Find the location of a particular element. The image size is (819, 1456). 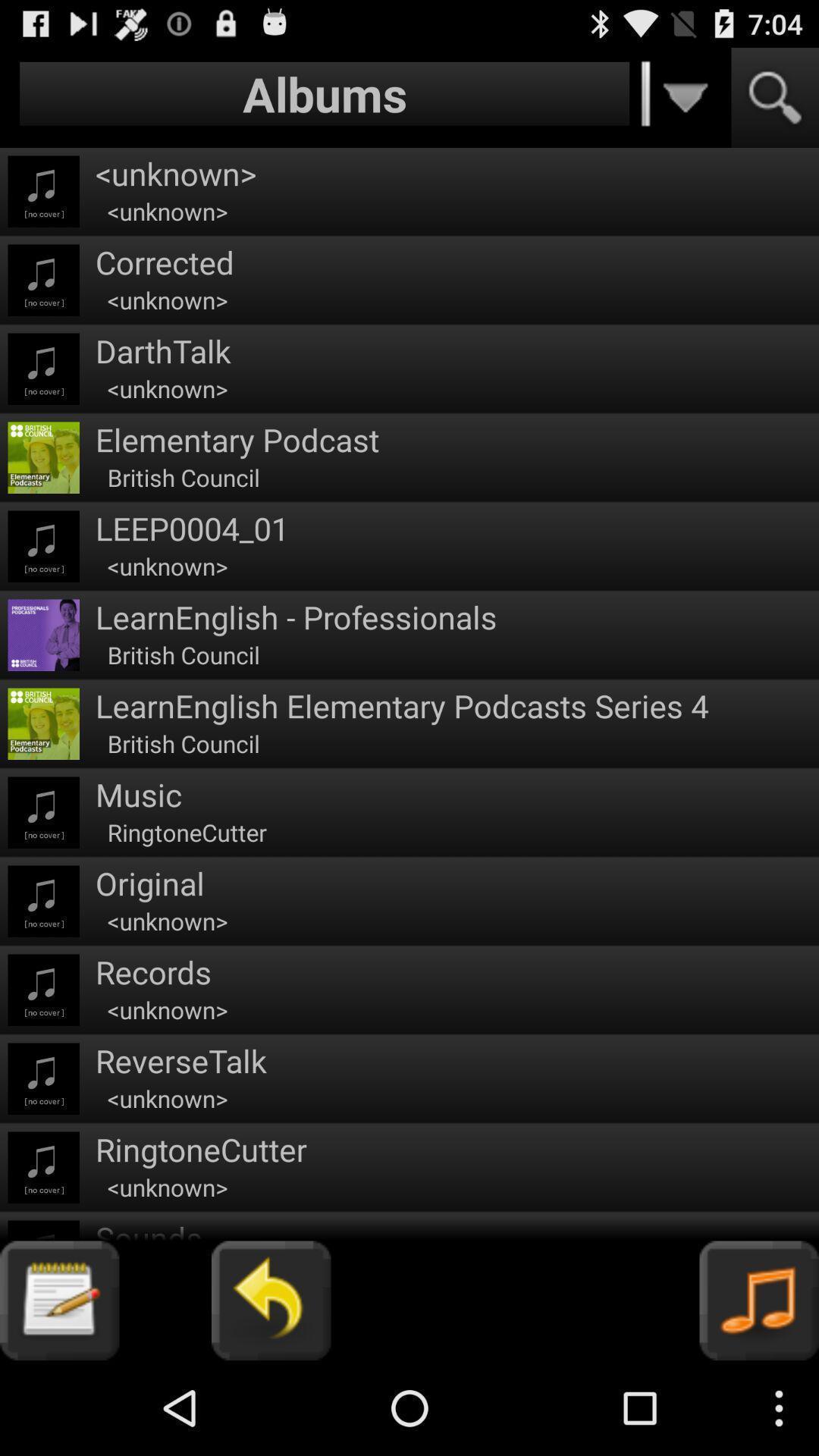

third music icon from bottom is located at coordinates (42, 990).